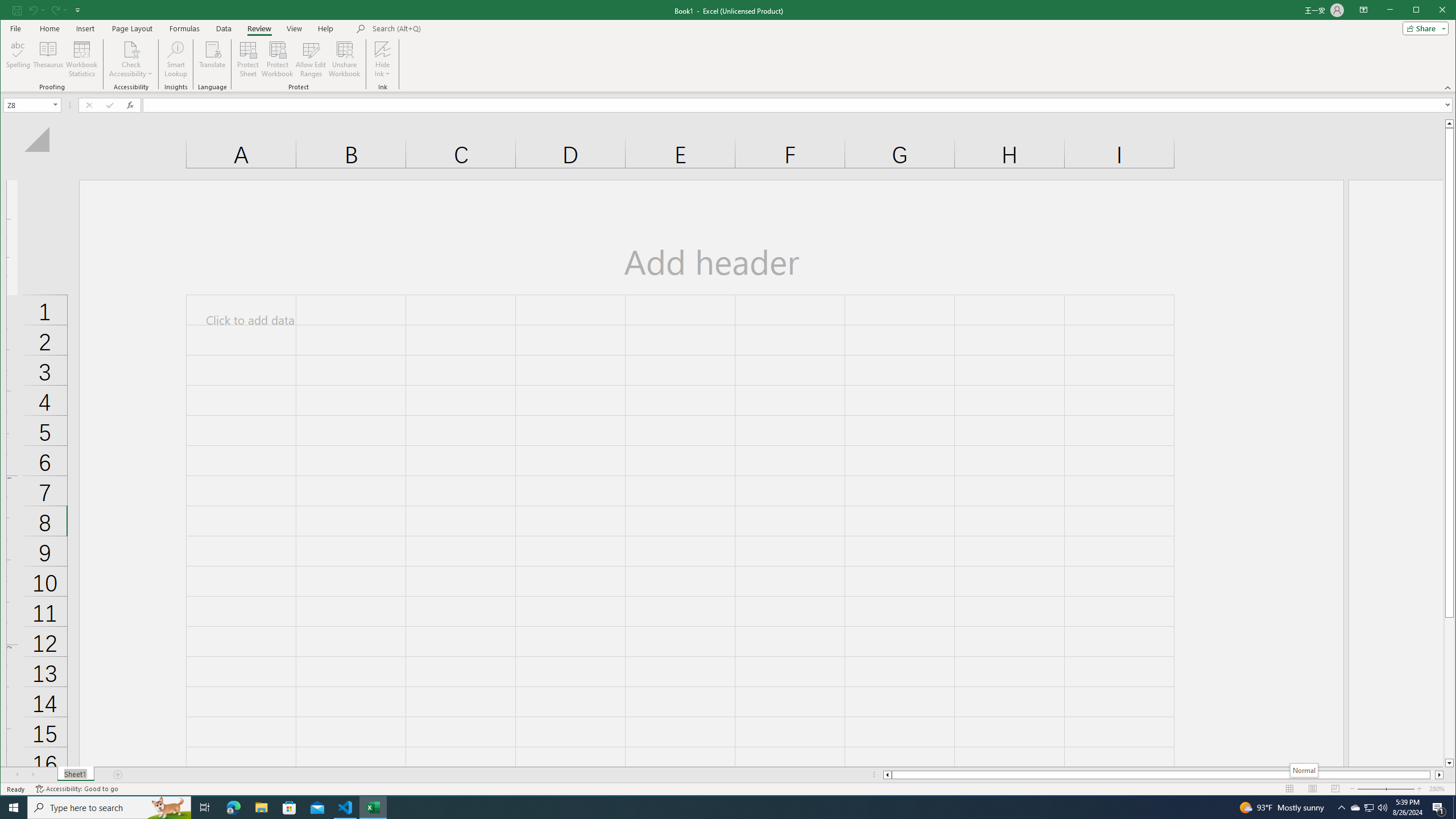 The width and height of the screenshot is (1456, 819). Describe the element at coordinates (167, 806) in the screenshot. I see `'Search highlights icon opens search home window'` at that location.